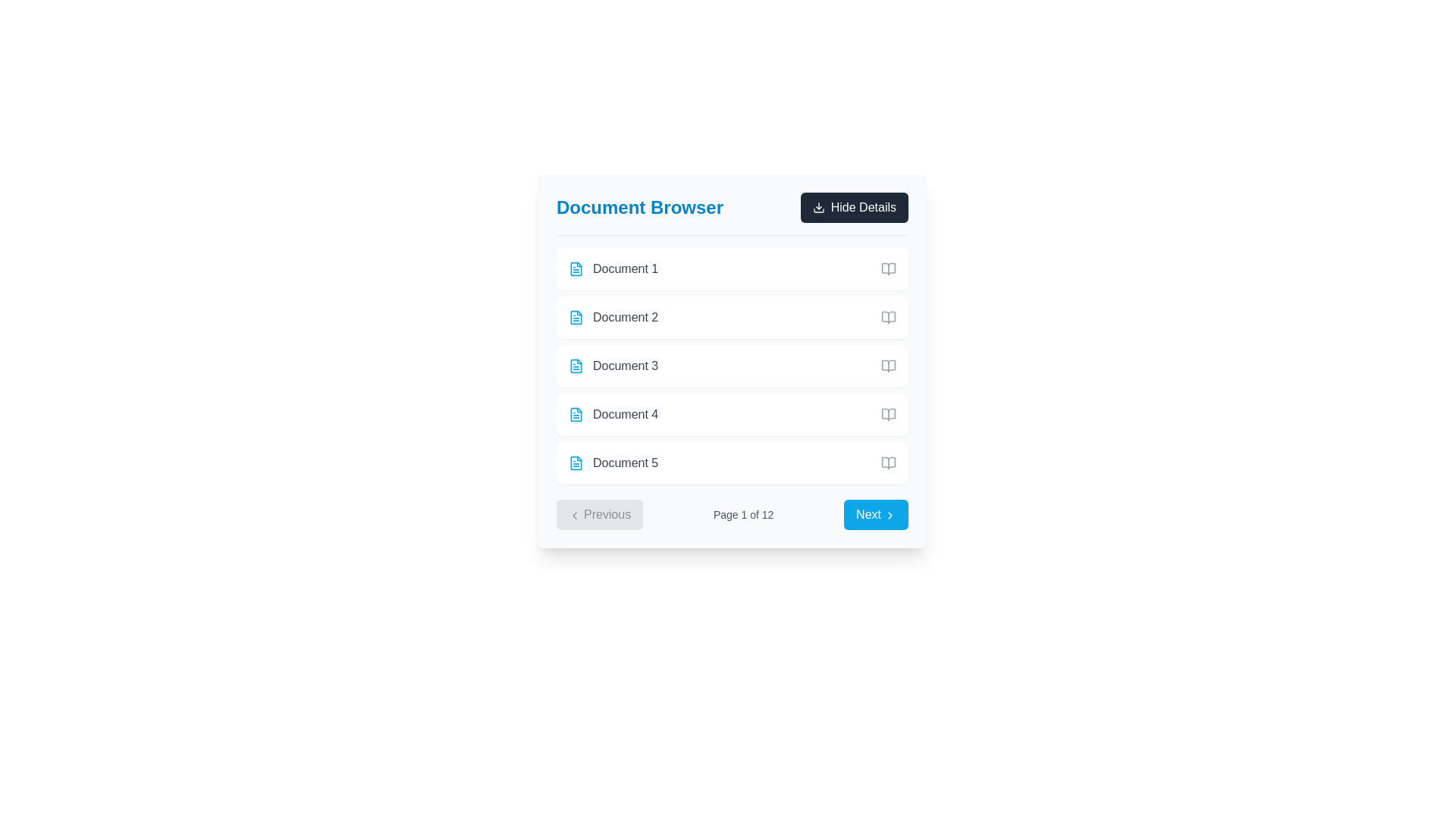 The height and width of the screenshot is (819, 1456). I want to click on the third item, so click(732, 366).